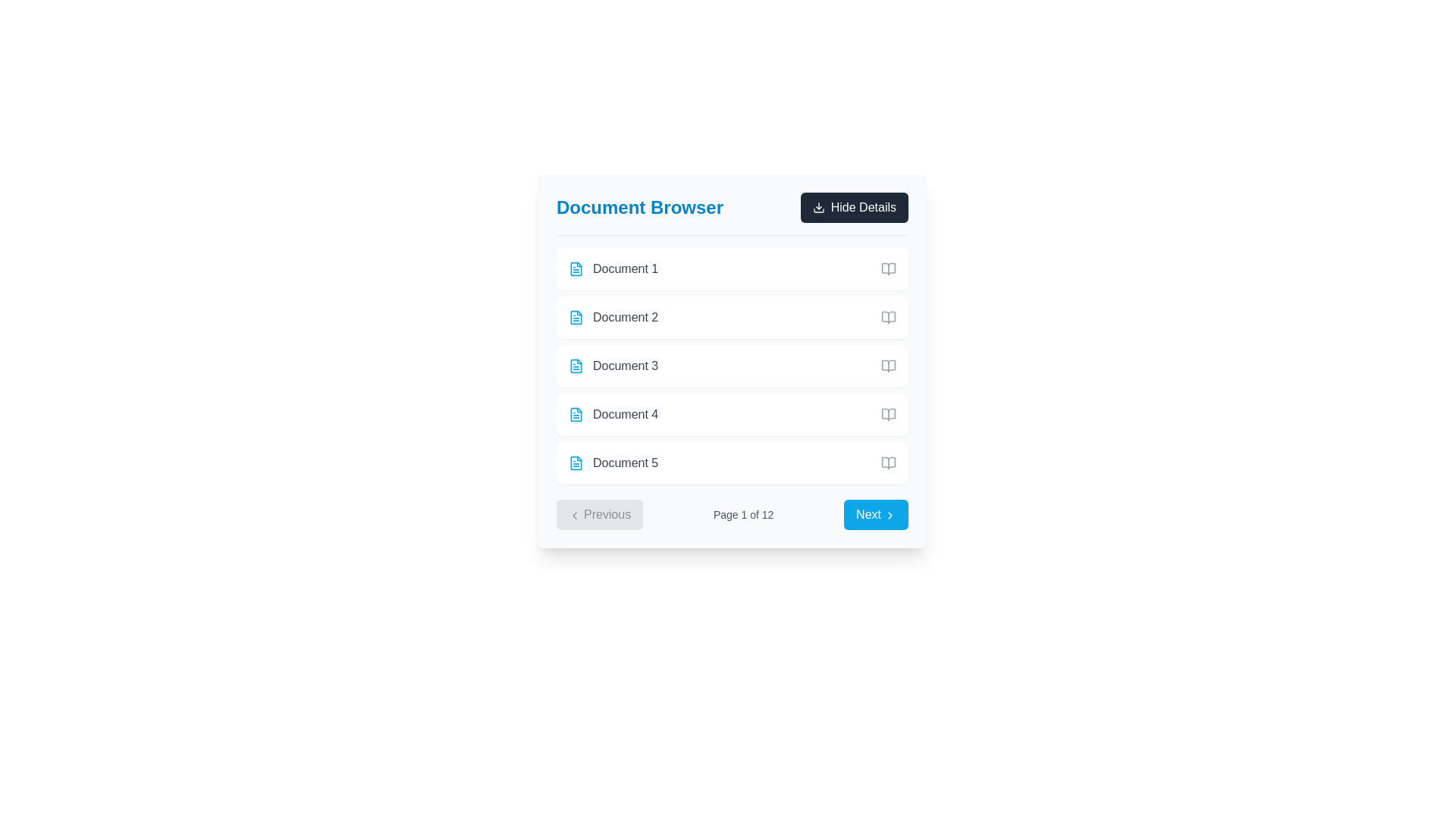 The height and width of the screenshot is (819, 1456). I want to click on the third item, so click(732, 366).